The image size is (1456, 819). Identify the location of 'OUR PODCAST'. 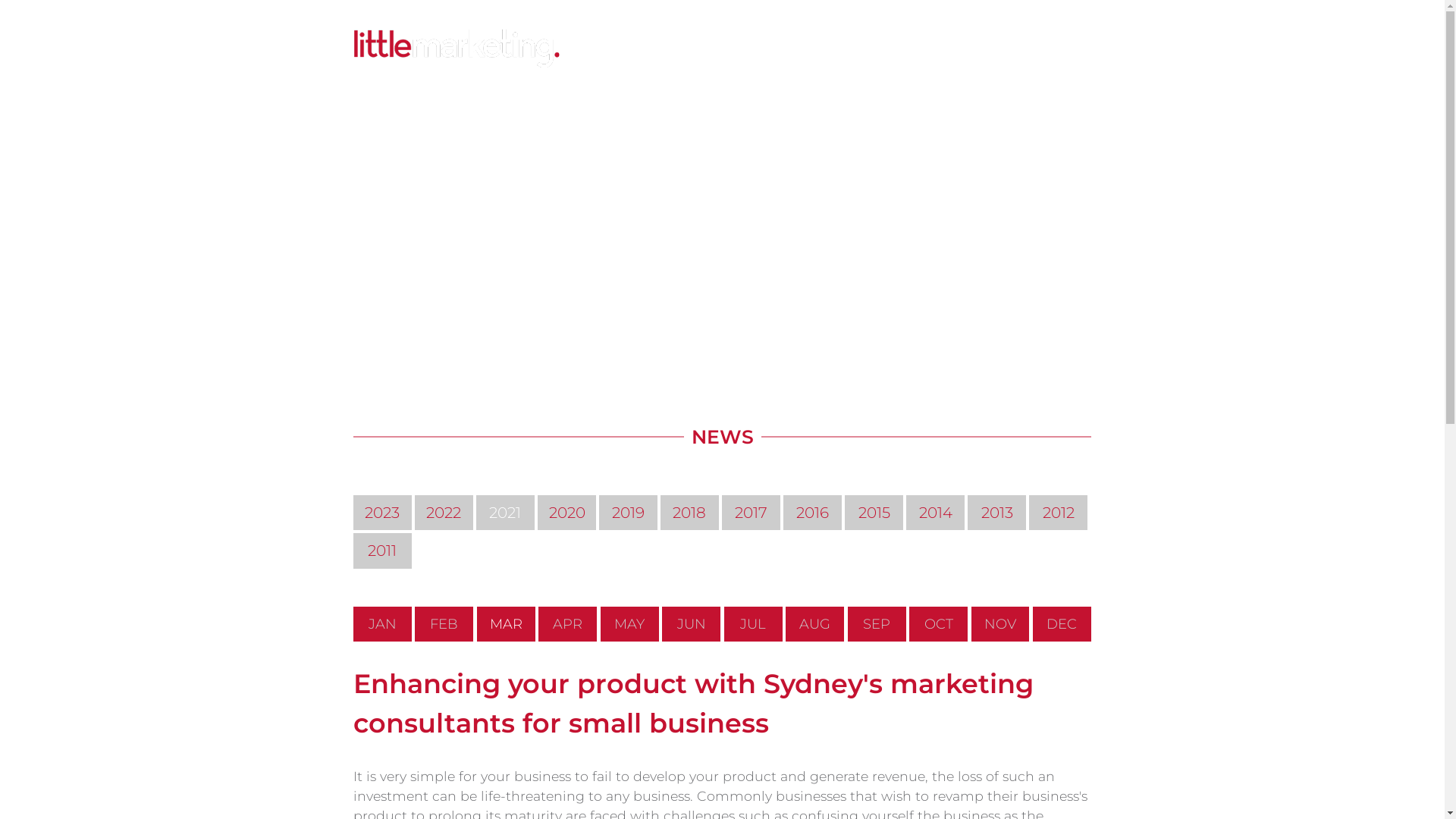
(874, 49).